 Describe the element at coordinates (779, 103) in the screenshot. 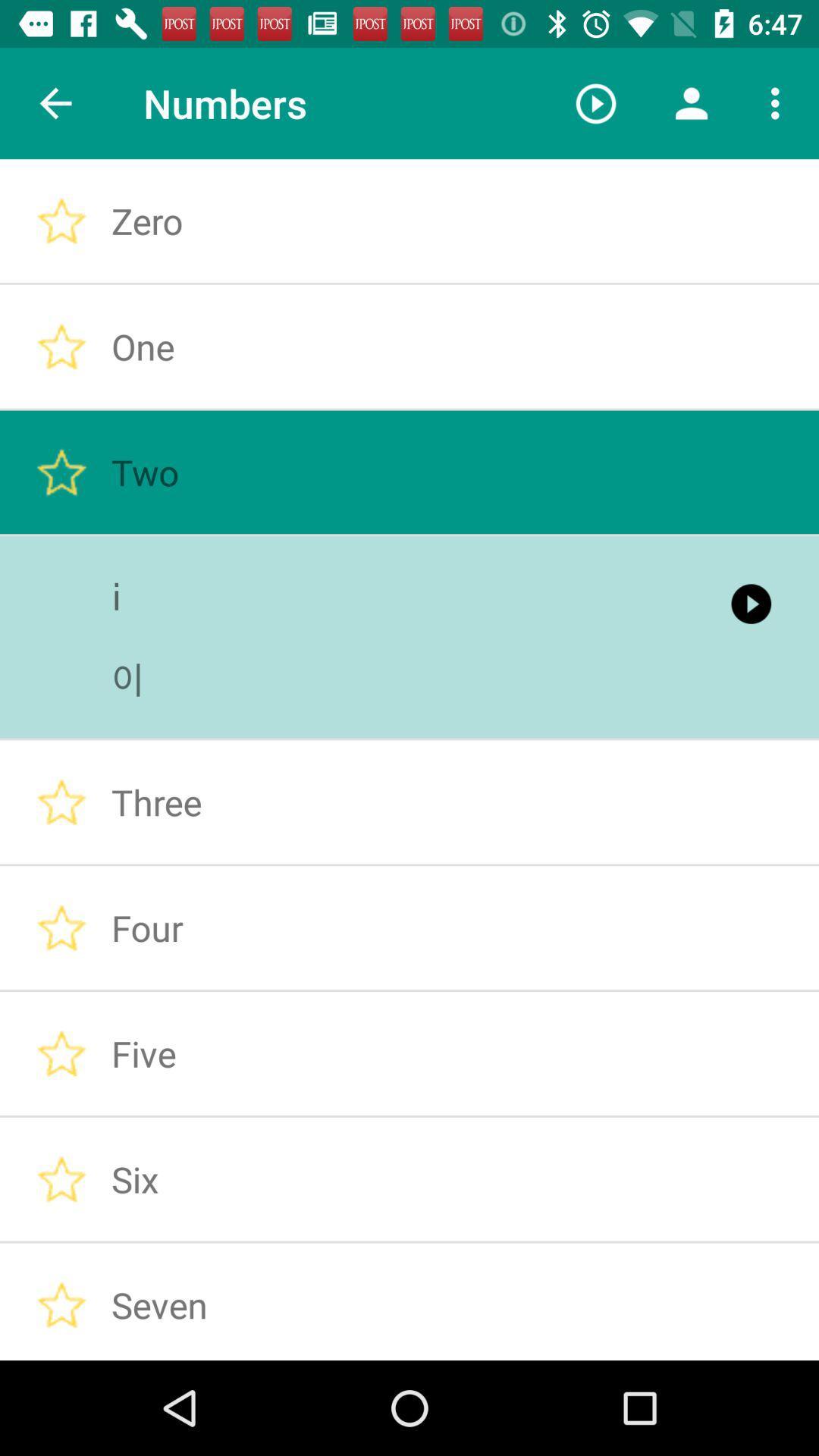

I see `menu icon` at that location.